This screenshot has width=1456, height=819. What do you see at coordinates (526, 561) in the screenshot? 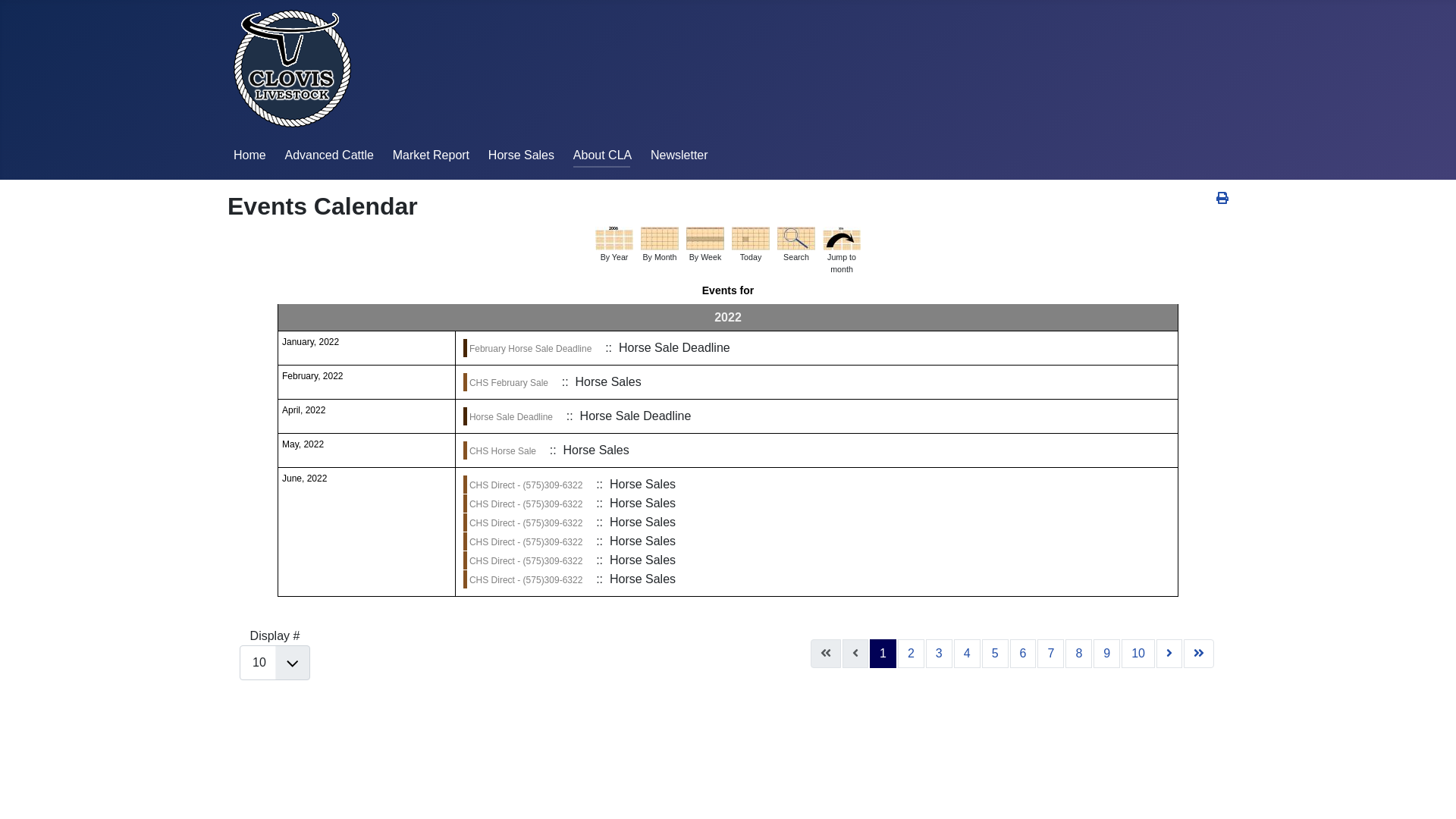
I see `'CHS Direct - (575)309-6322'` at bounding box center [526, 561].